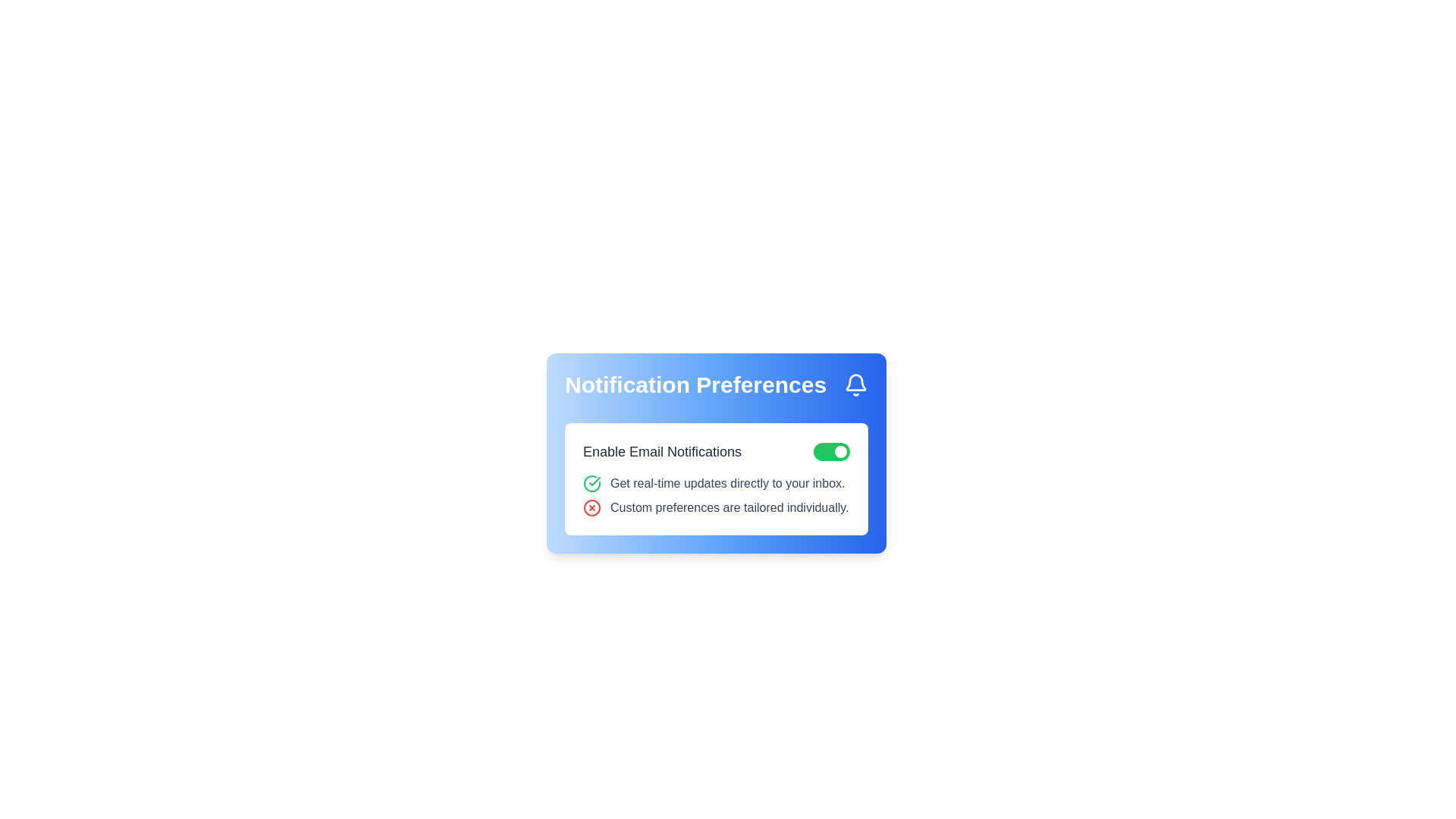 This screenshot has width=1456, height=819. I want to click on the static information text with an associated icon that notifies users about enabling email notifications, located at the first choice in the list under the 'Enable Email Notifications' section, so click(716, 483).